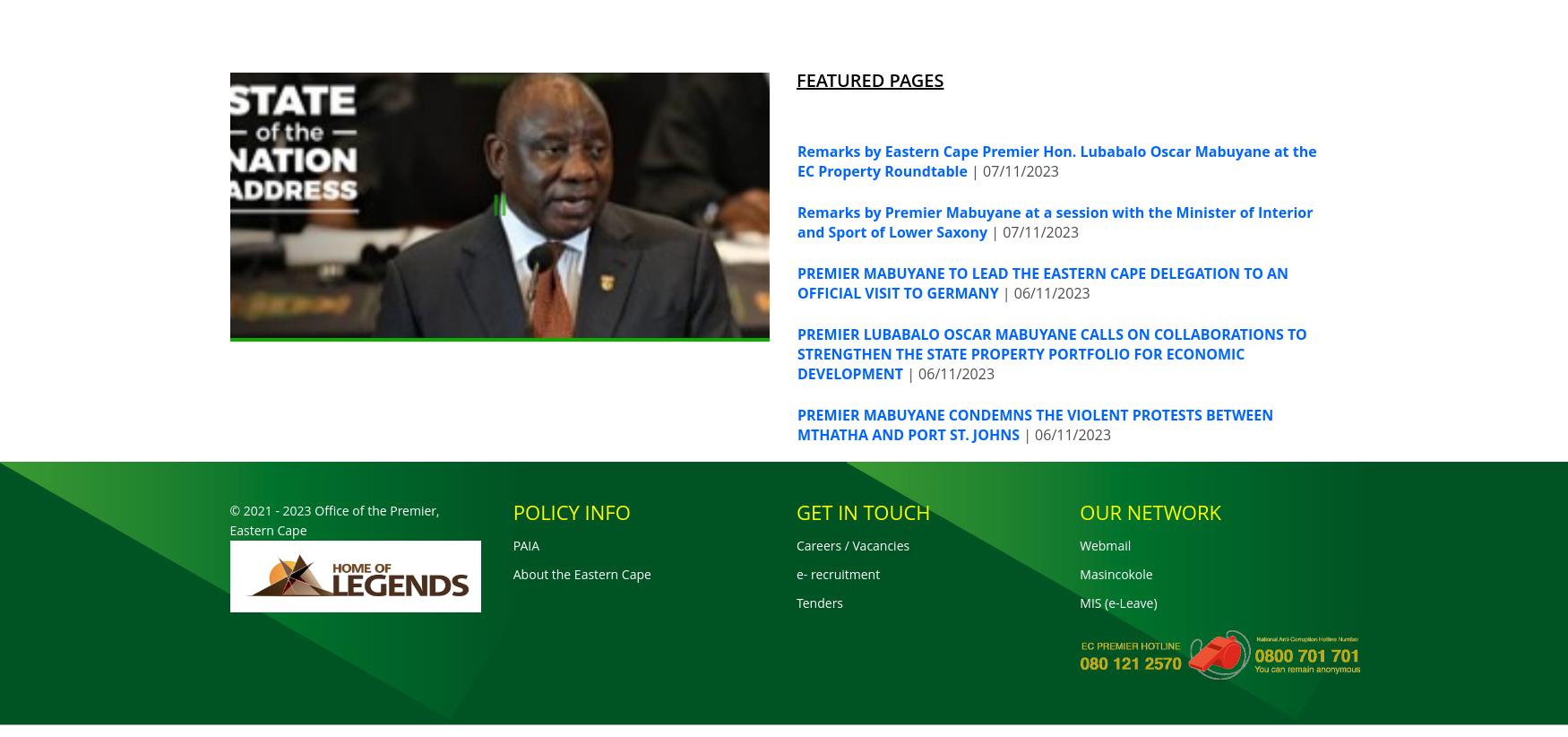 The image size is (1568, 737). I want to click on 'Masincokole', so click(1116, 573).